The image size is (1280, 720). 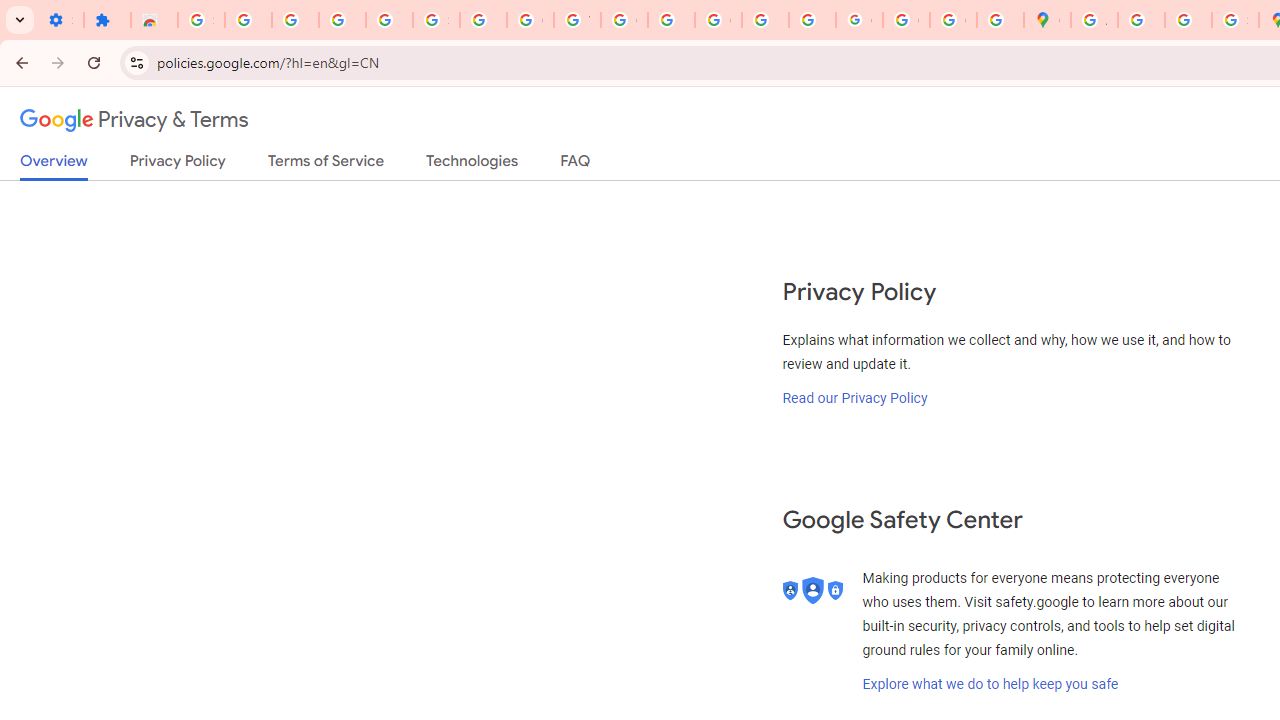 What do you see at coordinates (1046, 20) in the screenshot?
I see `'Google Maps'` at bounding box center [1046, 20].